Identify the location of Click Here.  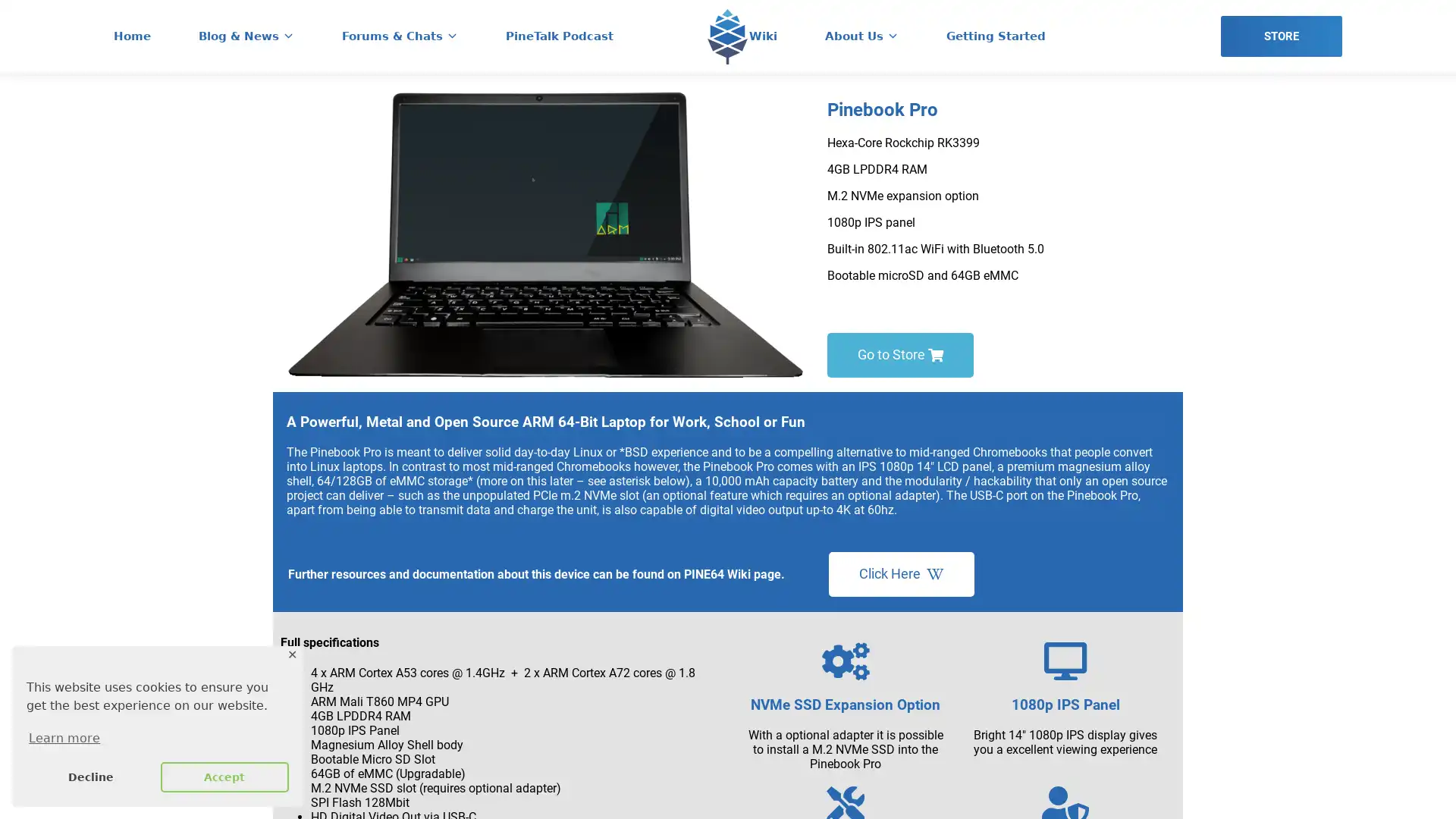
(900, 573).